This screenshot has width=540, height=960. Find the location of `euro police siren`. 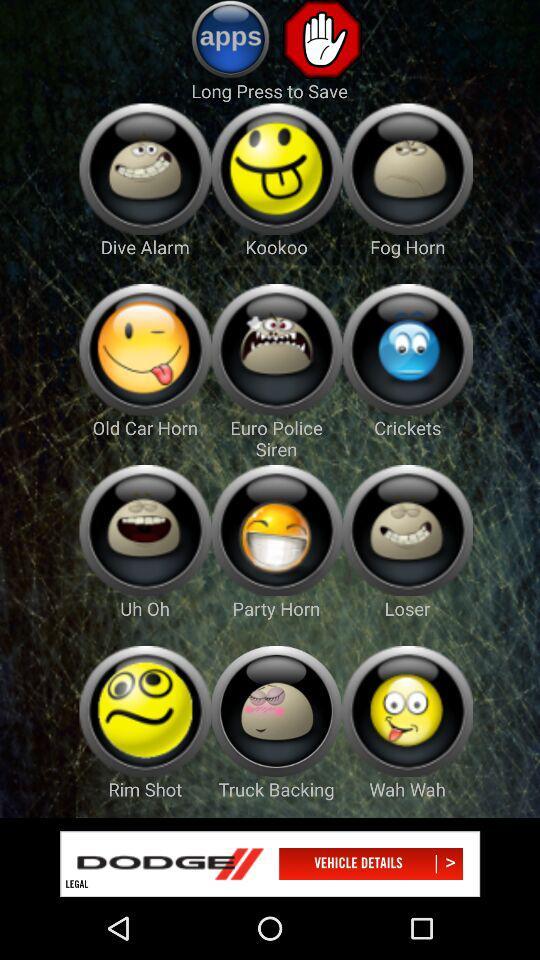

euro police siren is located at coordinates (275, 349).